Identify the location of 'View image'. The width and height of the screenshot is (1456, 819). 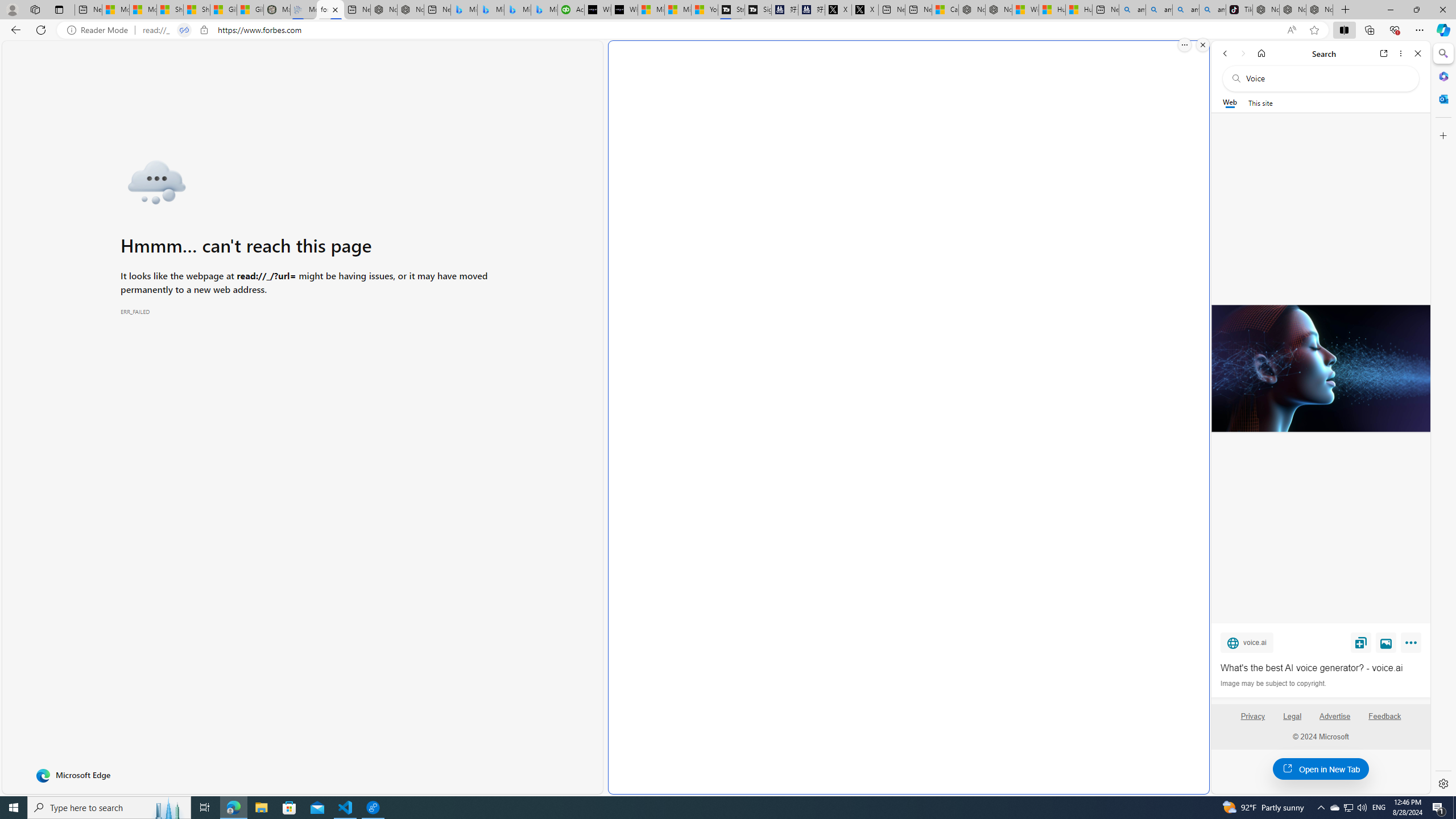
(1386, 642).